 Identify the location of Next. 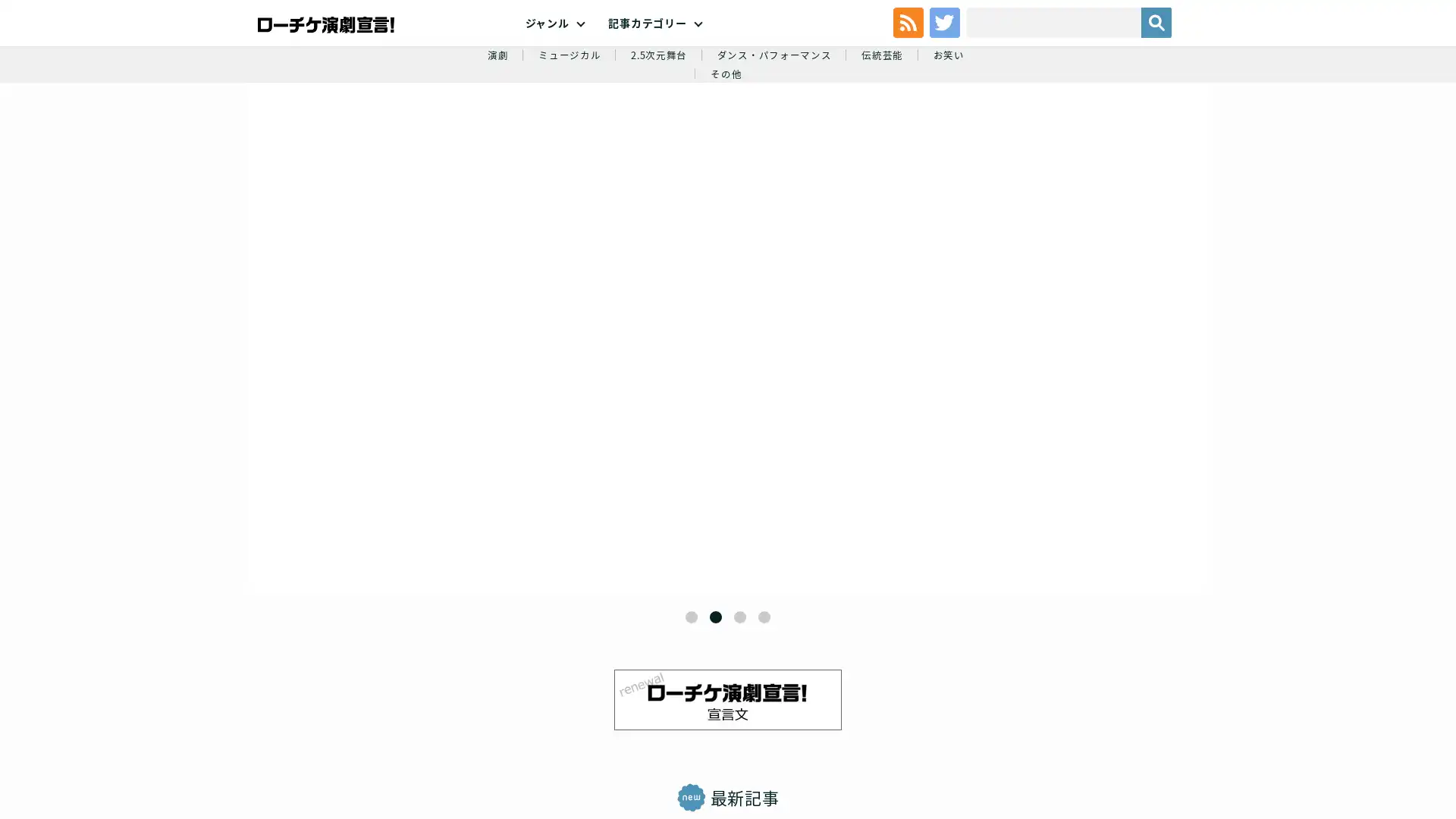
(825, 381).